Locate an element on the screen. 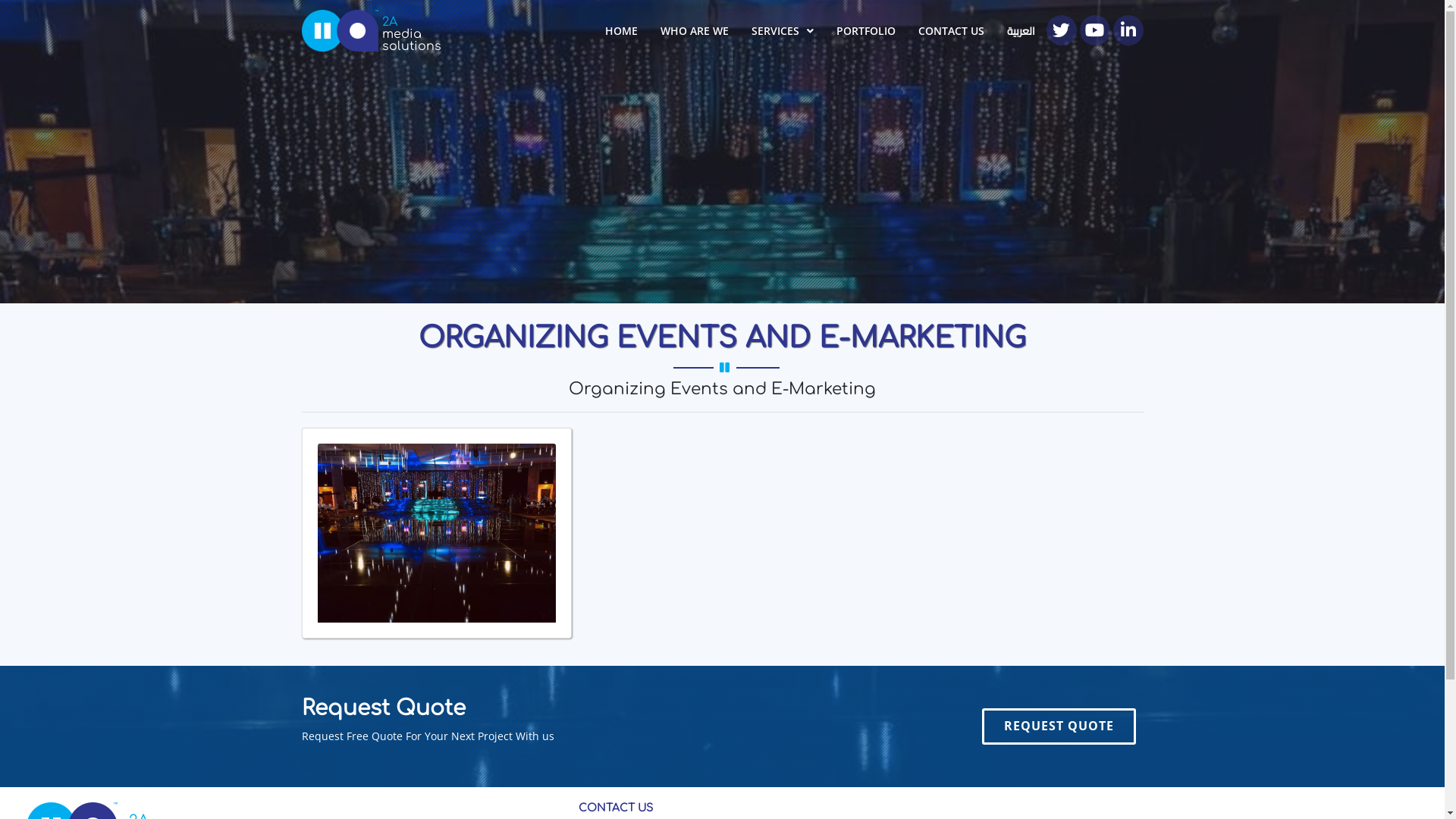  'CONTACT US' is located at coordinates (906, 31).